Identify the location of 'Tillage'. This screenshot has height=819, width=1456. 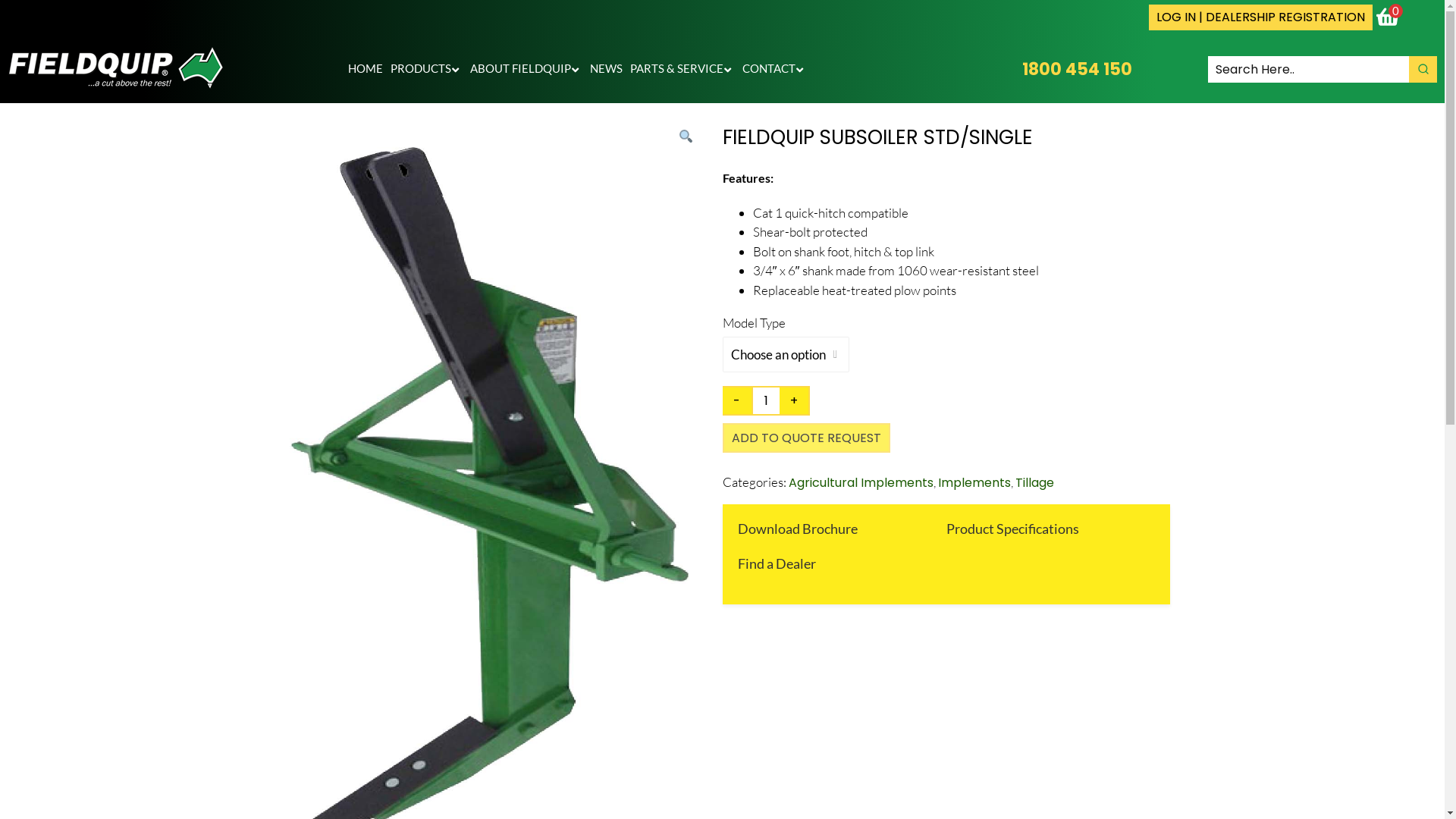
(1033, 482).